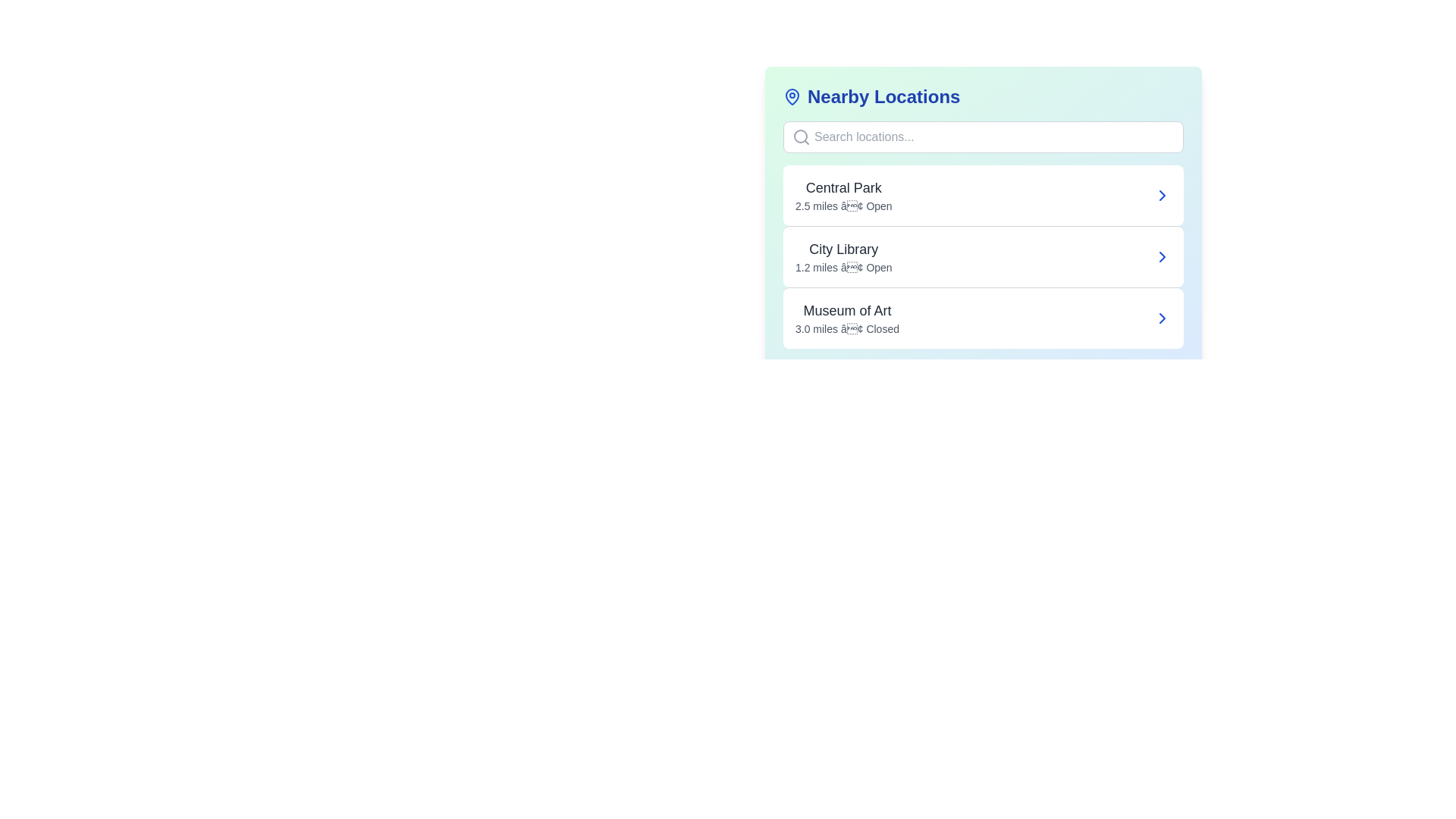 Image resolution: width=1456 pixels, height=819 pixels. What do you see at coordinates (843, 187) in the screenshot?
I see `the title of the first location` at bounding box center [843, 187].